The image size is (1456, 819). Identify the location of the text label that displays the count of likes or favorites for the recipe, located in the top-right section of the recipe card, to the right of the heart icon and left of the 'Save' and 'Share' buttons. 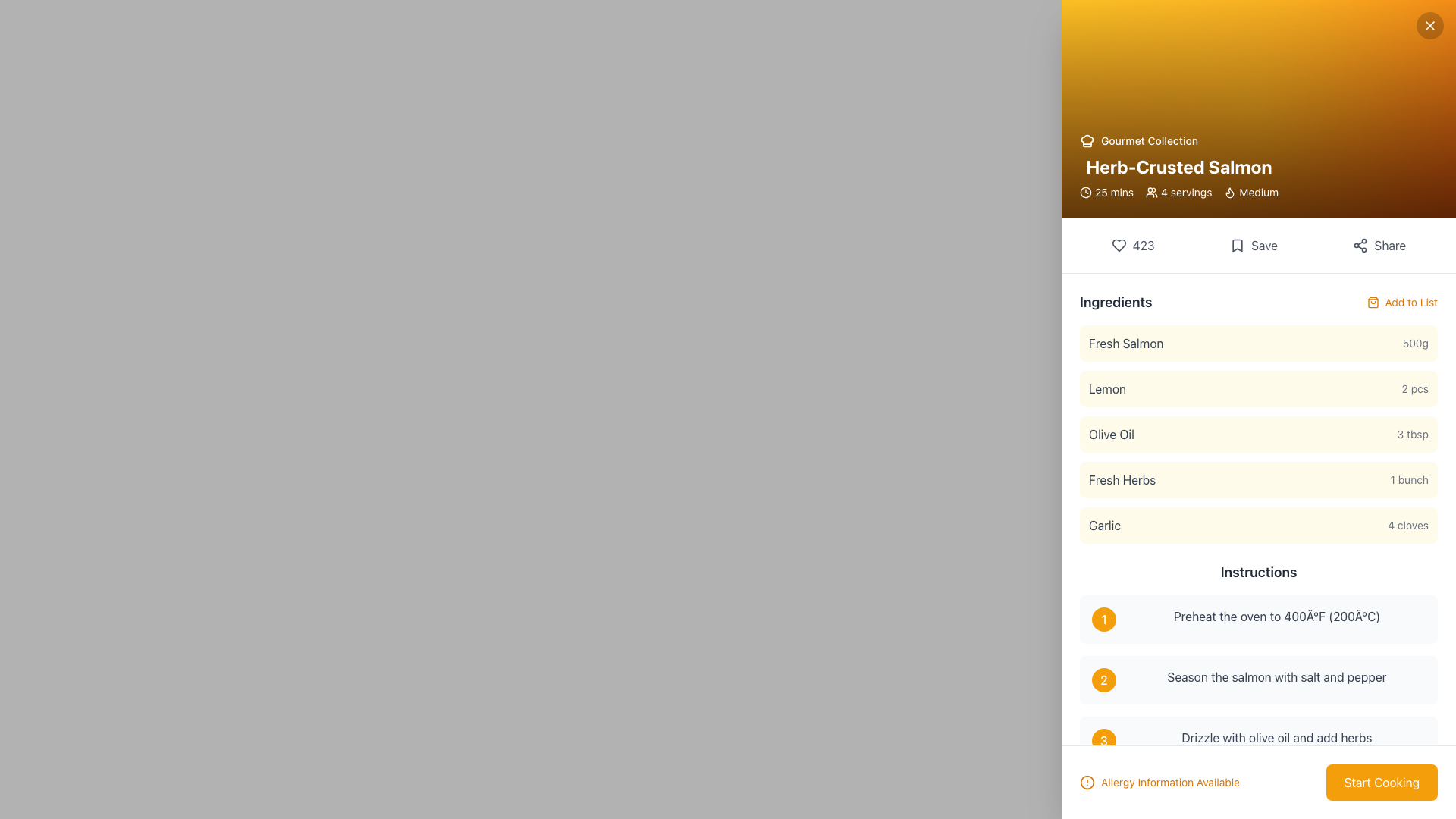
(1144, 245).